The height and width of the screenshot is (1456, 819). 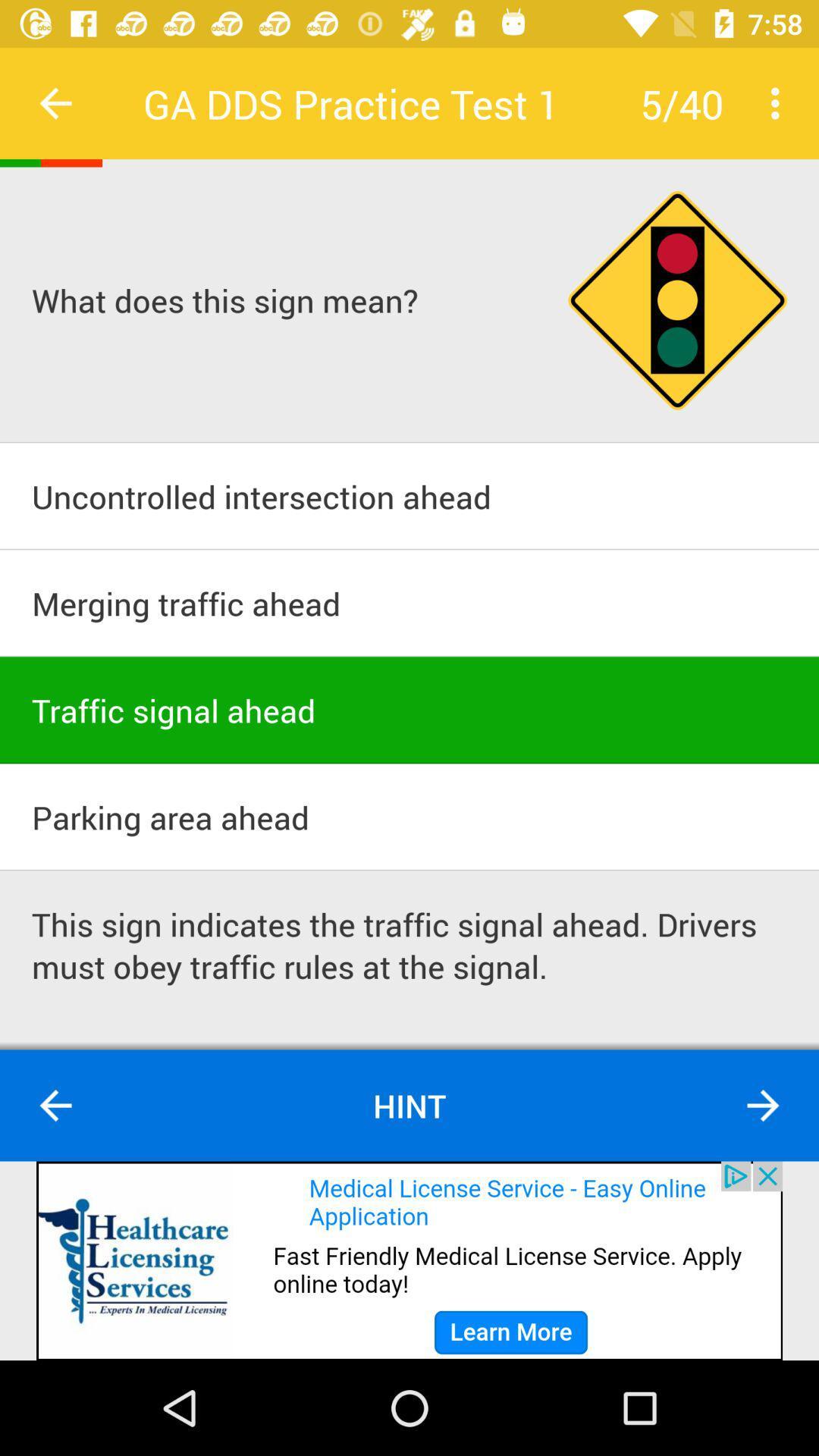 What do you see at coordinates (409, 1260) in the screenshot?
I see `shre the article` at bounding box center [409, 1260].